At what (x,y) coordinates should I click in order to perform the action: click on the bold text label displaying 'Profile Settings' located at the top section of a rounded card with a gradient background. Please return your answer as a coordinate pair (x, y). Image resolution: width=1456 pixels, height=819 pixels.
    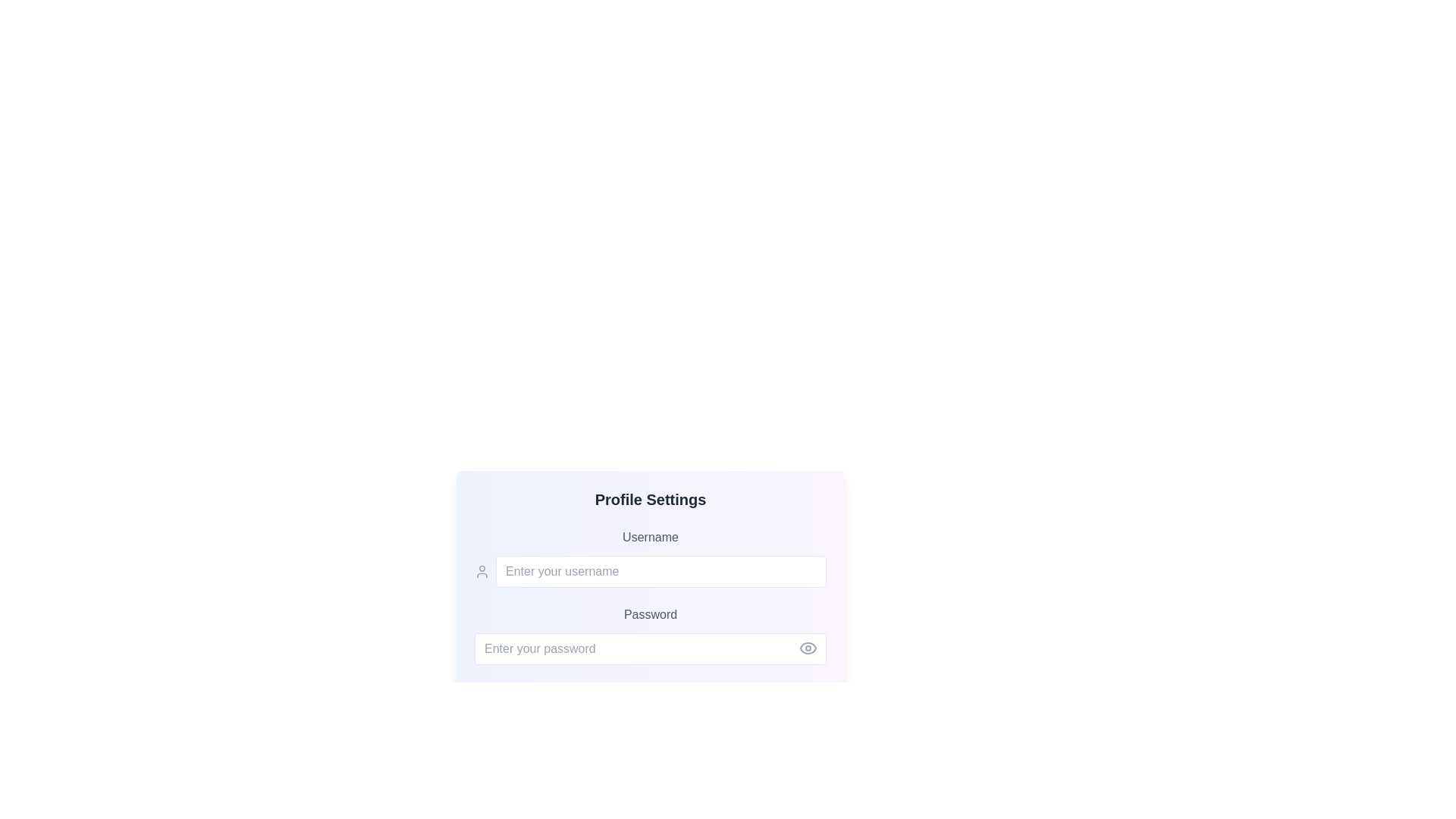
    Looking at the image, I should click on (651, 500).